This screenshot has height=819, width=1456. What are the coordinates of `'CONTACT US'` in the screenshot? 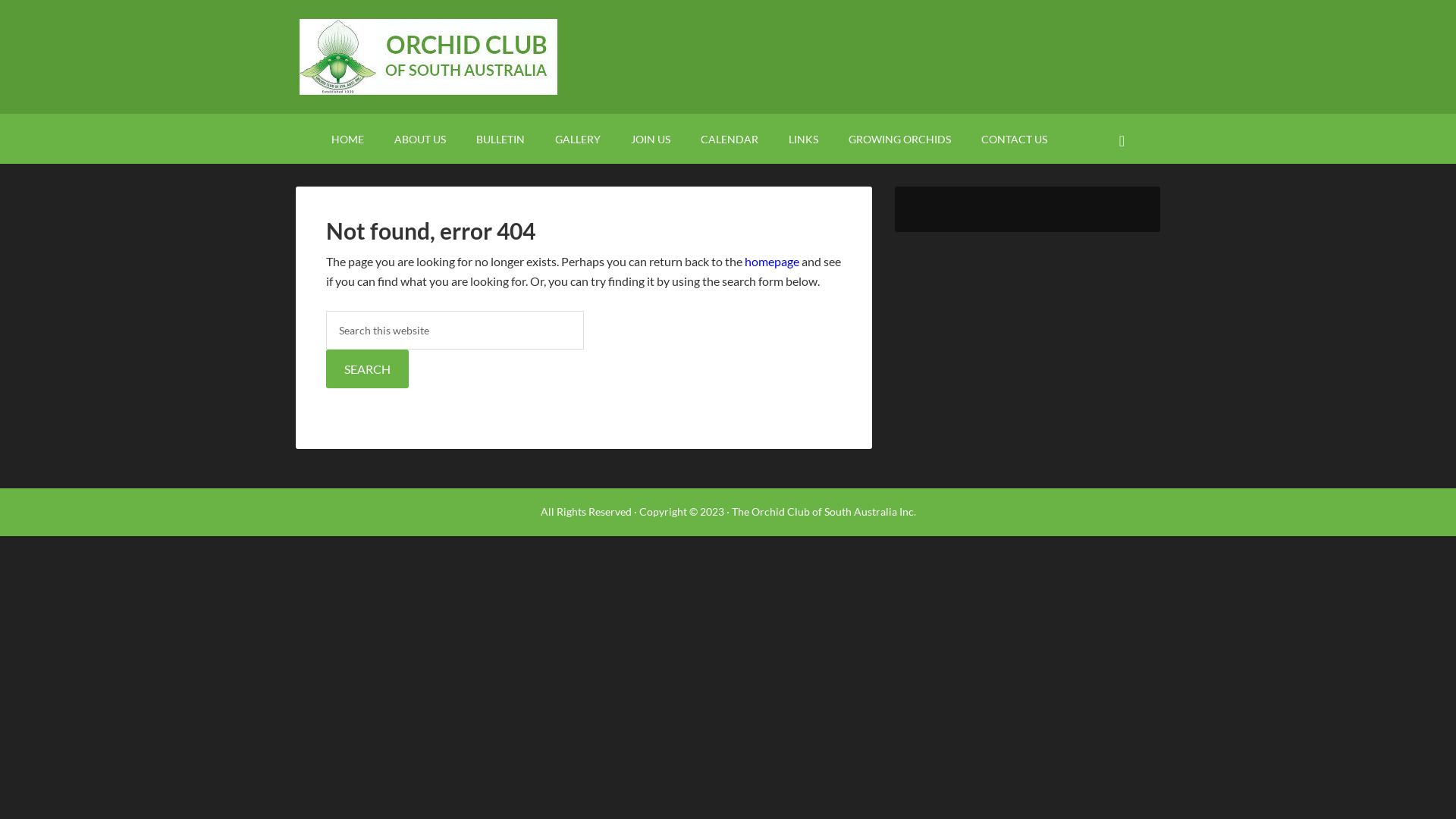 It's located at (1014, 138).